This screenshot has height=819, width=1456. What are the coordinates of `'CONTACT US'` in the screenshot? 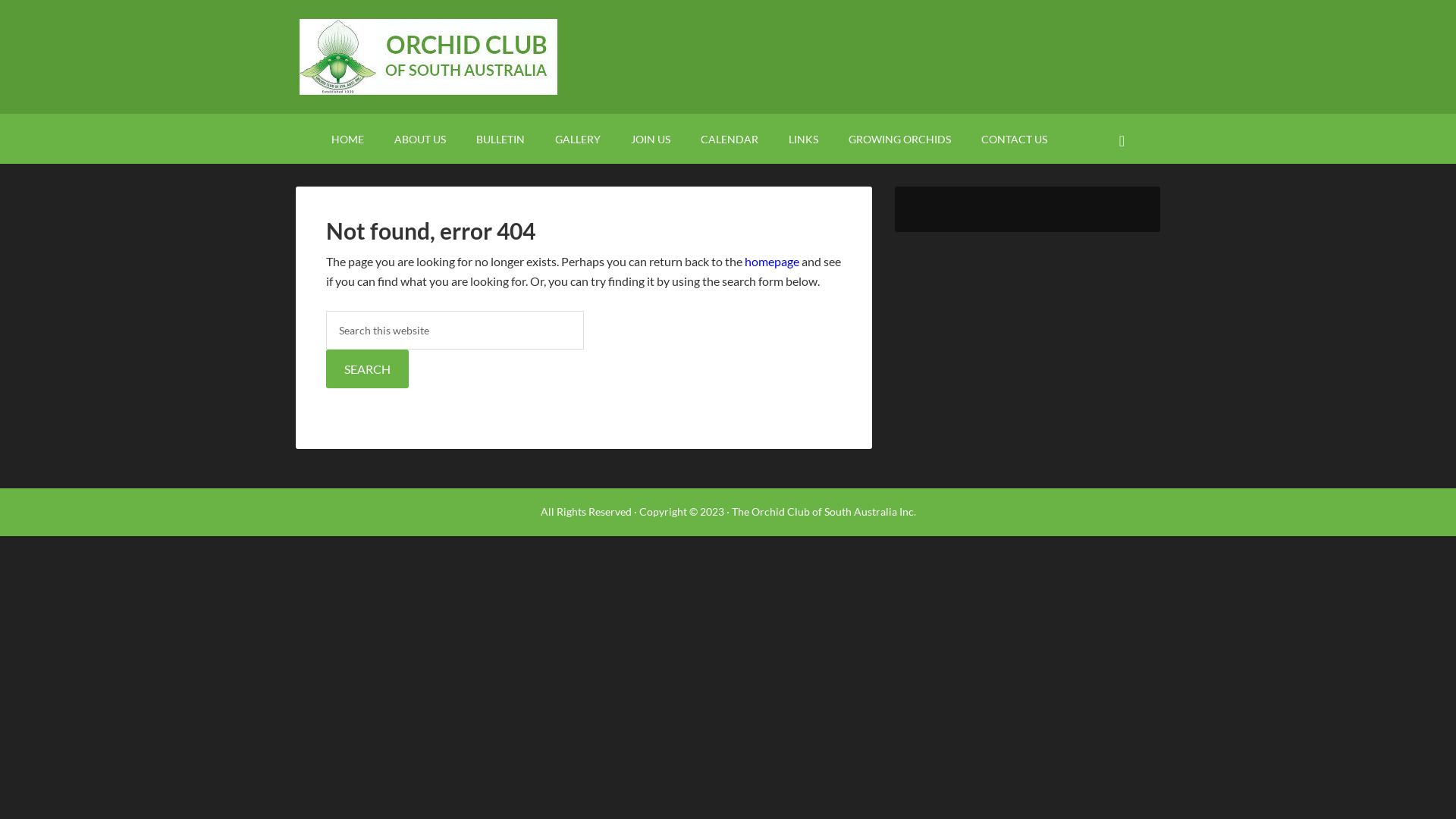 It's located at (1014, 138).